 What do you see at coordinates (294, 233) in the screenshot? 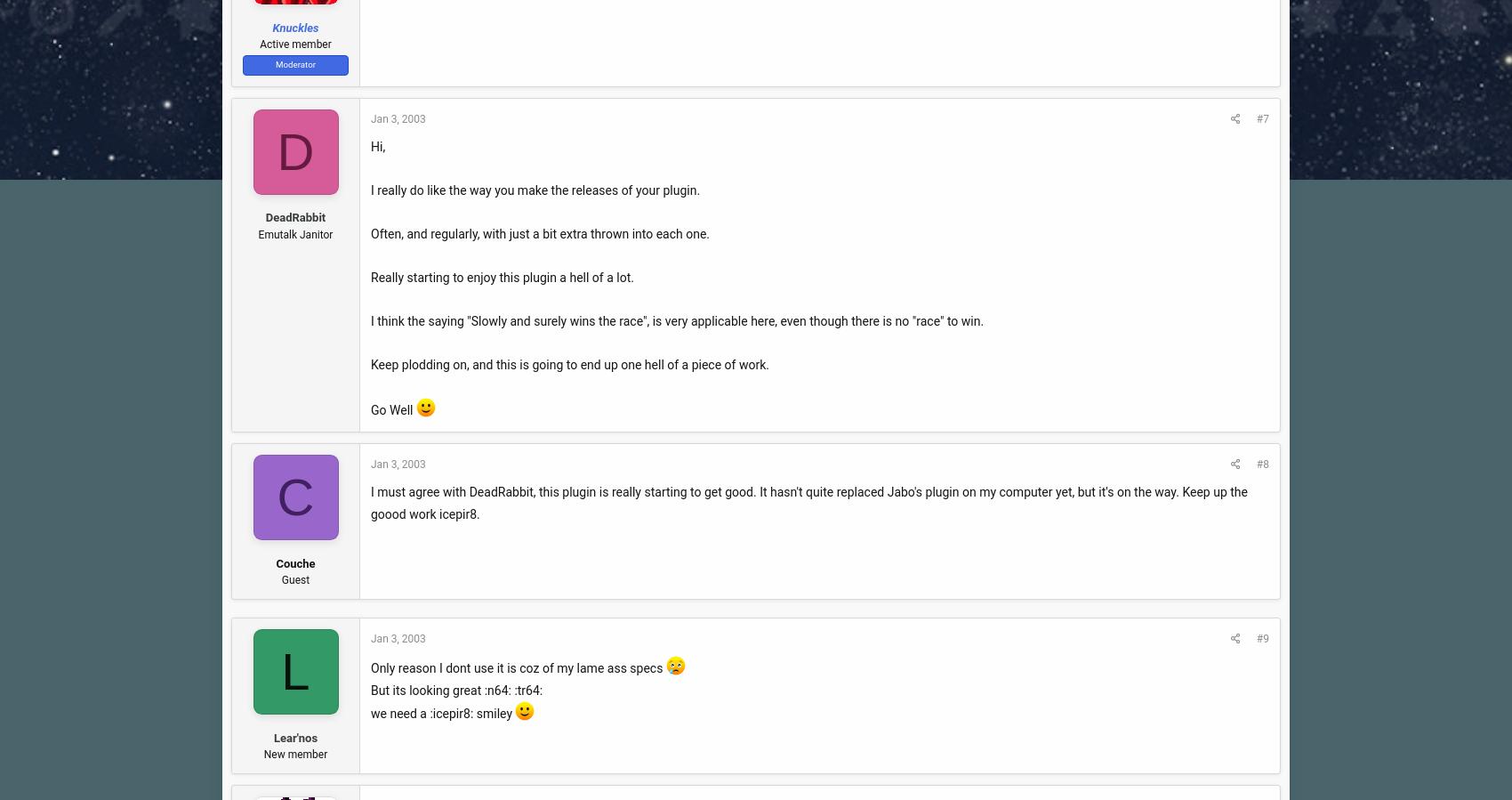
I see `'Emutalk Janitor'` at bounding box center [294, 233].